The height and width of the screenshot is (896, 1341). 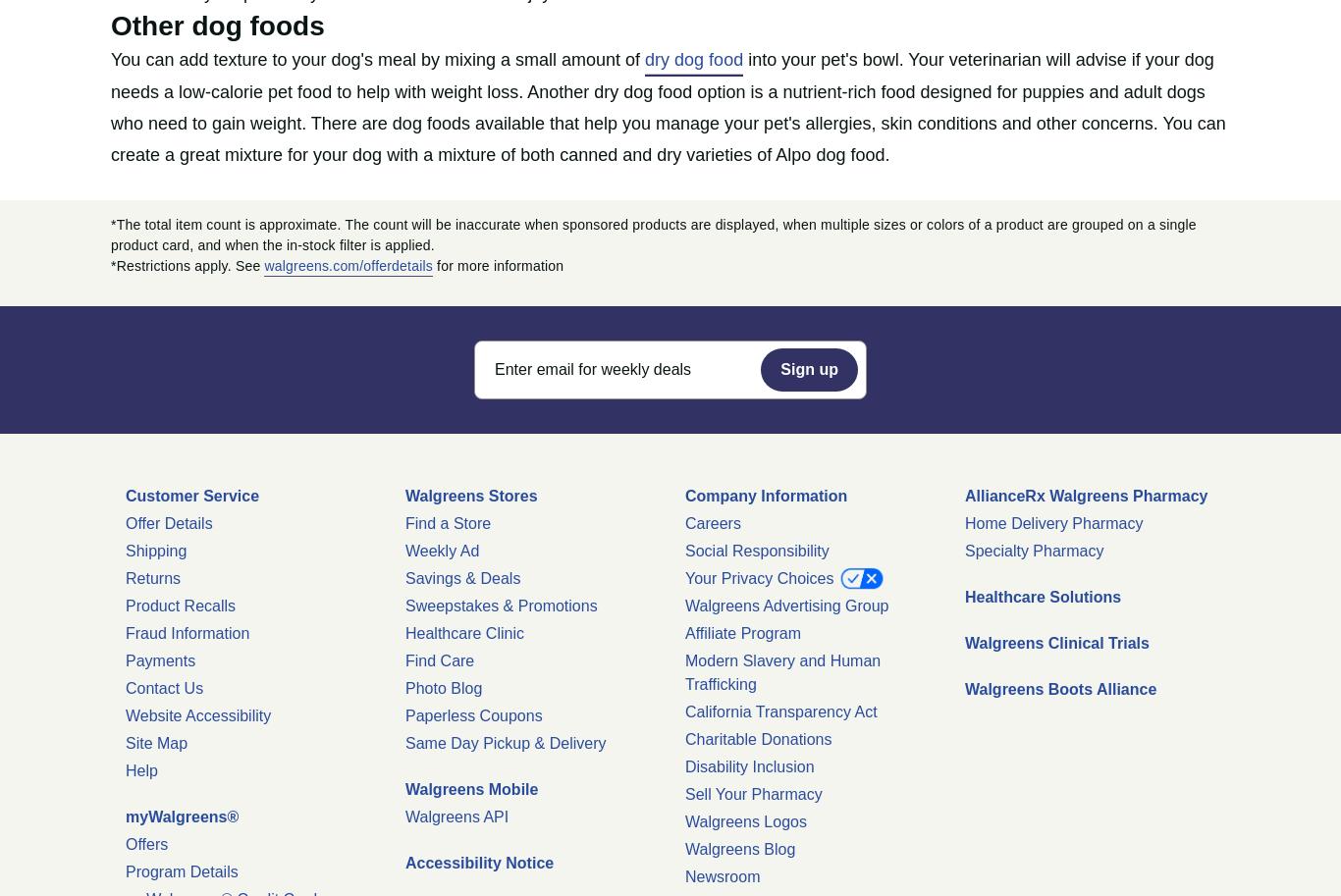 What do you see at coordinates (159, 659) in the screenshot?
I see `'Payments'` at bounding box center [159, 659].